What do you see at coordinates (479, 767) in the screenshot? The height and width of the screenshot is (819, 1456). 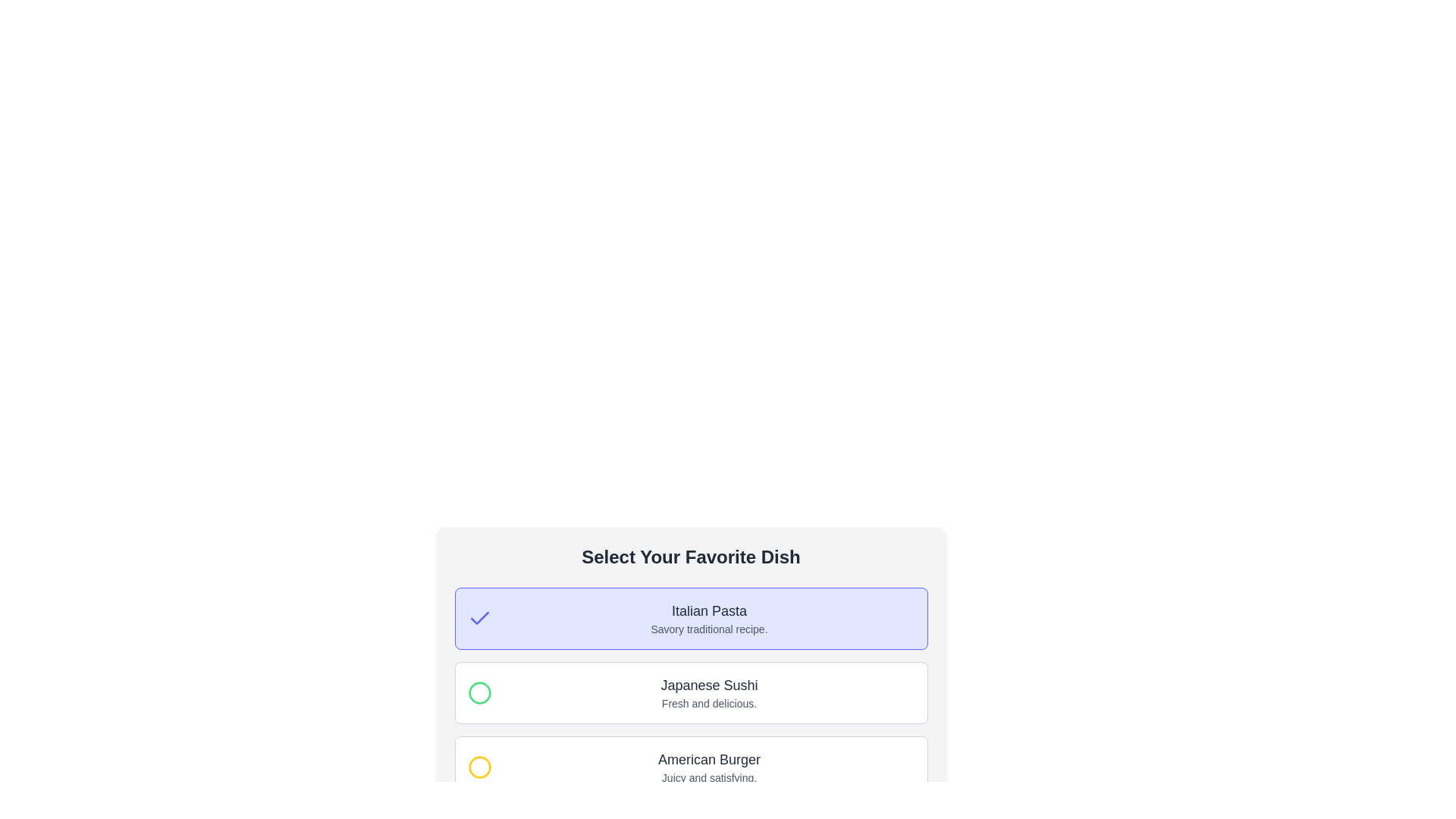 I see `the circular radio button indicator with a yellow stroke, which is positioned to the left of the text 'American Burger', to trigger interaction feedback` at bounding box center [479, 767].